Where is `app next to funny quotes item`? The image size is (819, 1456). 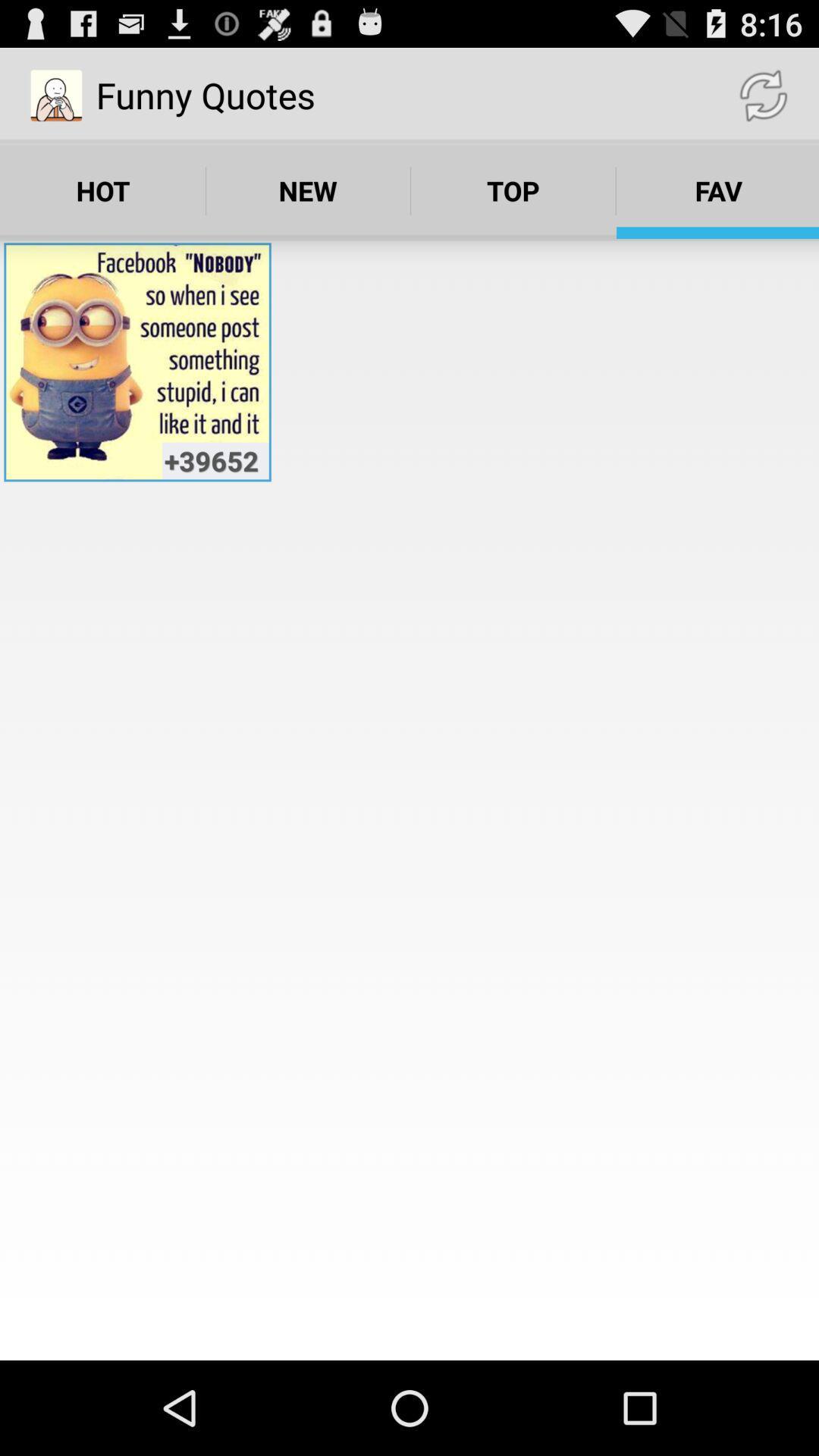
app next to funny quotes item is located at coordinates (763, 94).